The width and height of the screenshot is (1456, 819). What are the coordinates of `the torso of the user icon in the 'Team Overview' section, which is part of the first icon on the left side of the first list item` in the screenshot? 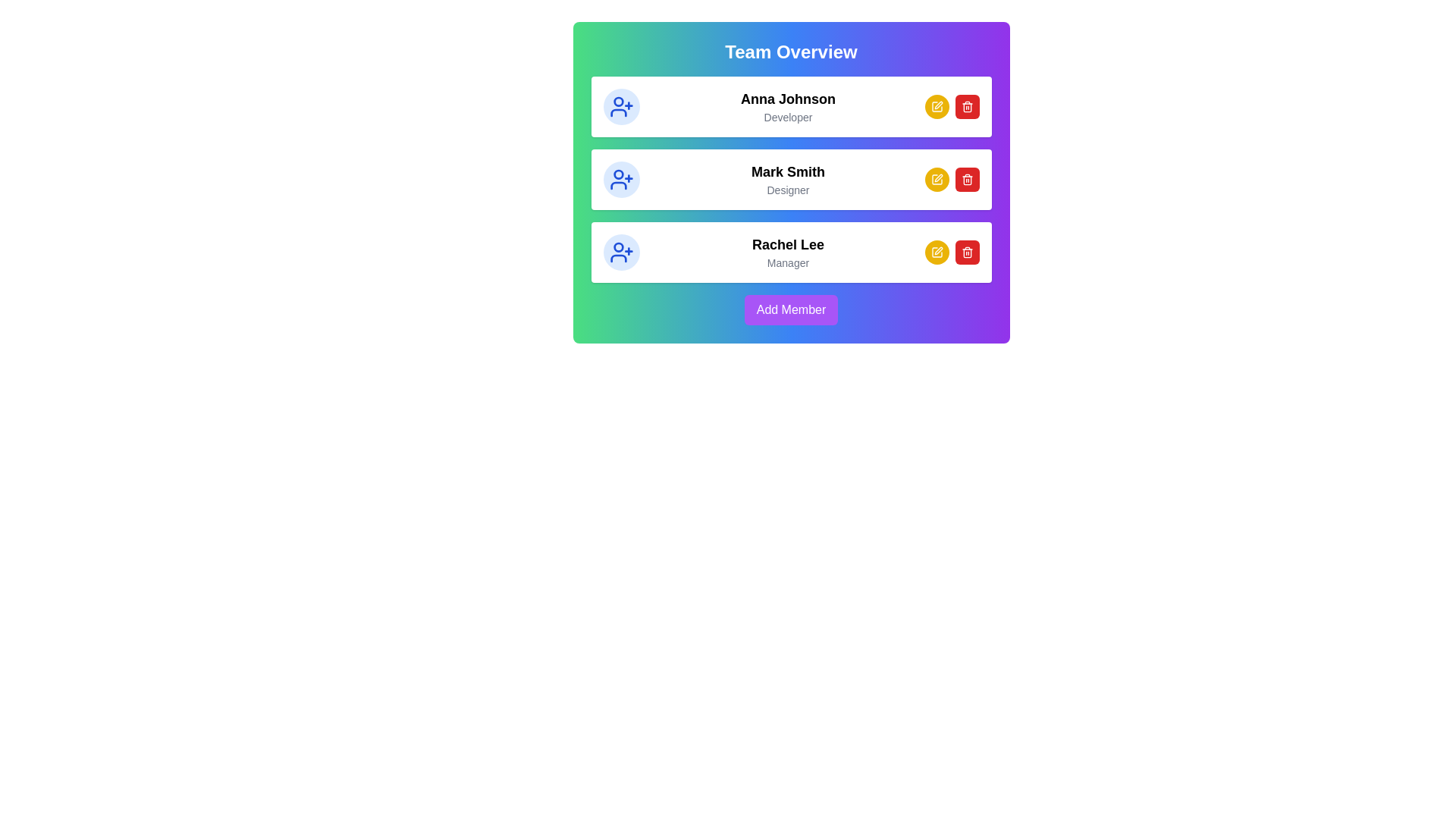 It's located at (618, 112).